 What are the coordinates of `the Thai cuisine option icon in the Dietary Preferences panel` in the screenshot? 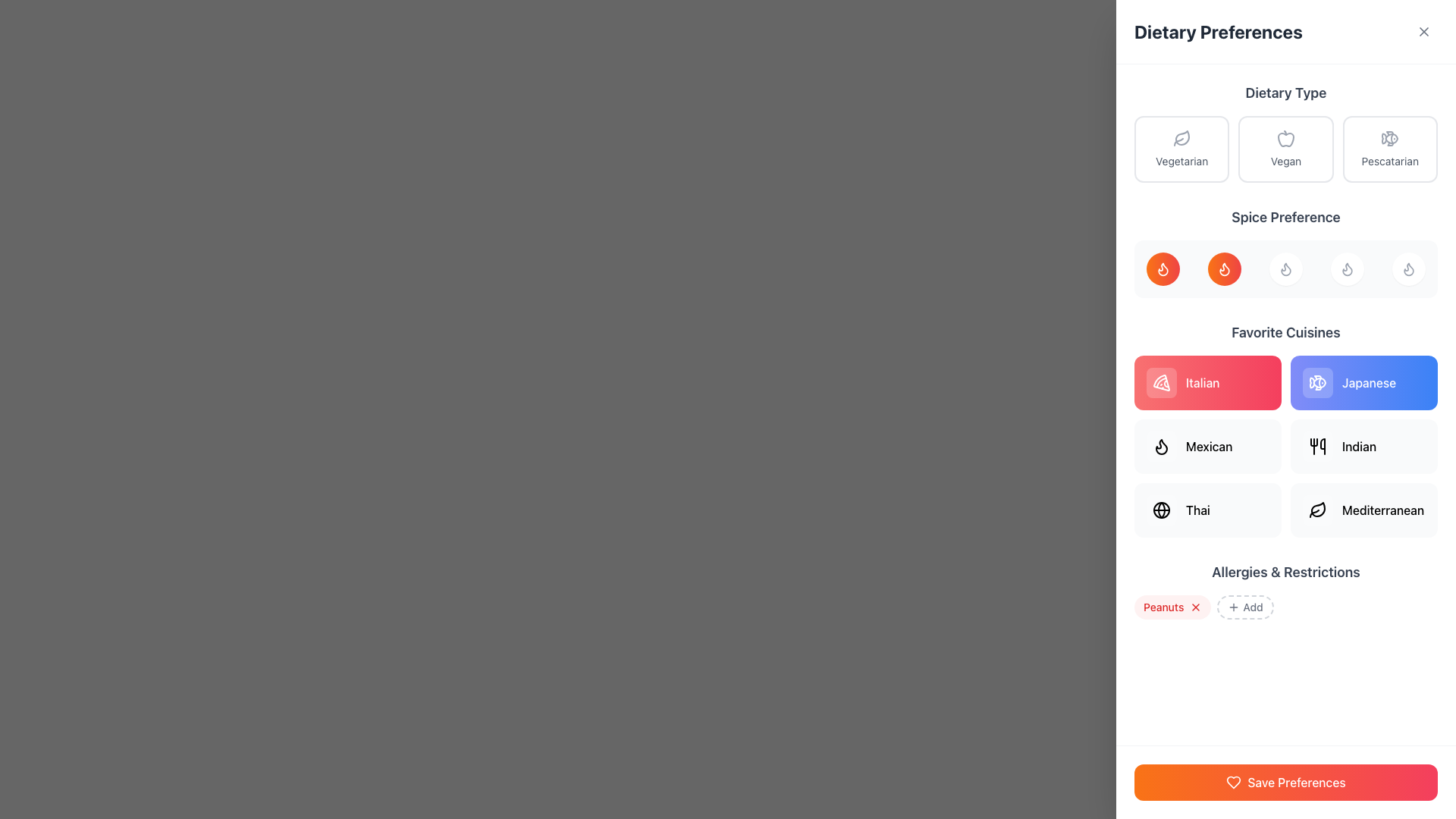 It's located at (1160, 510).